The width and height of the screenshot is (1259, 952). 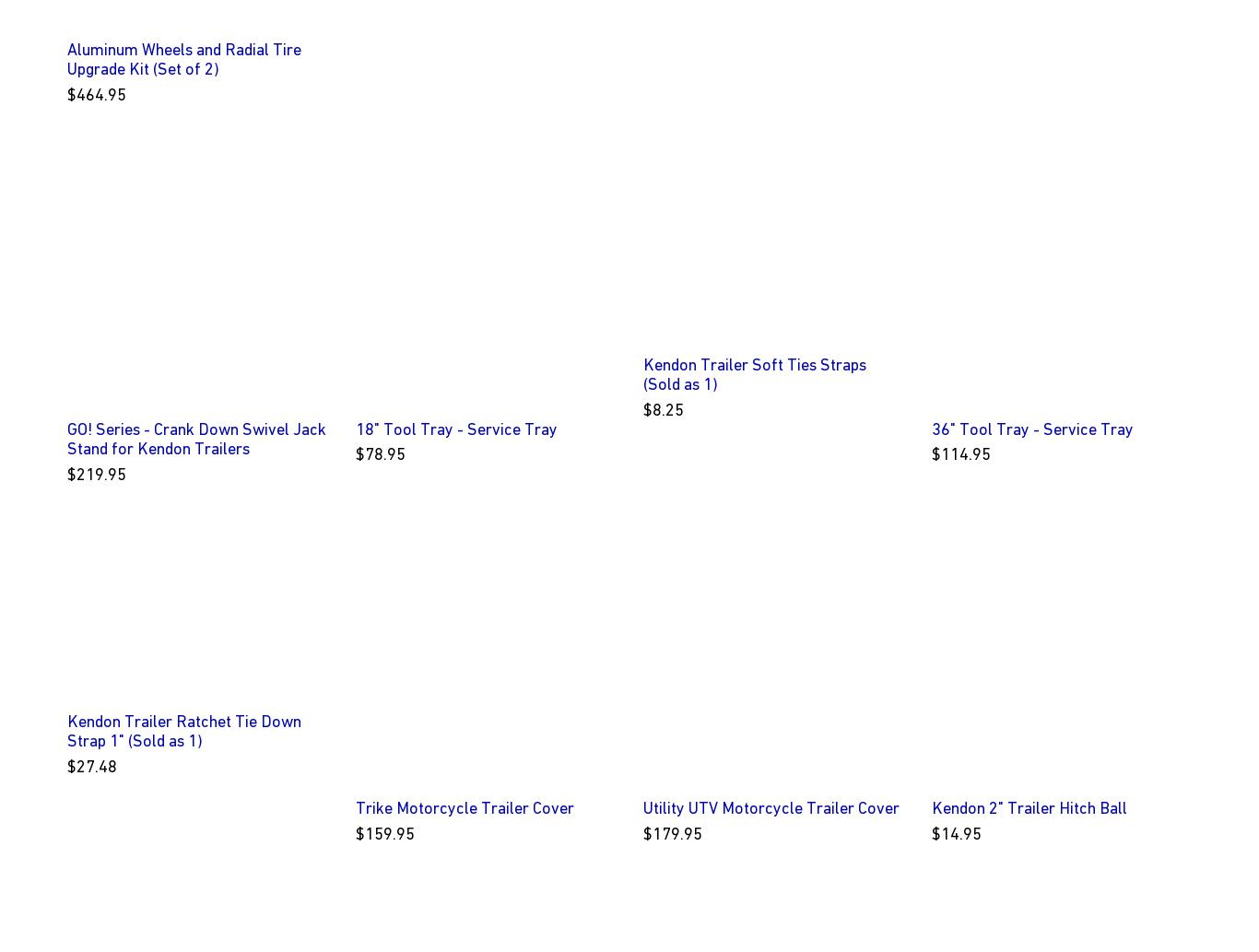 What do you see at coordinates (182, 58) in the screenshot?
I see `'Aluminum Wheels and Radial Tire Upgrade Kit (Set of 2)'` at bounding box center [182, 58].